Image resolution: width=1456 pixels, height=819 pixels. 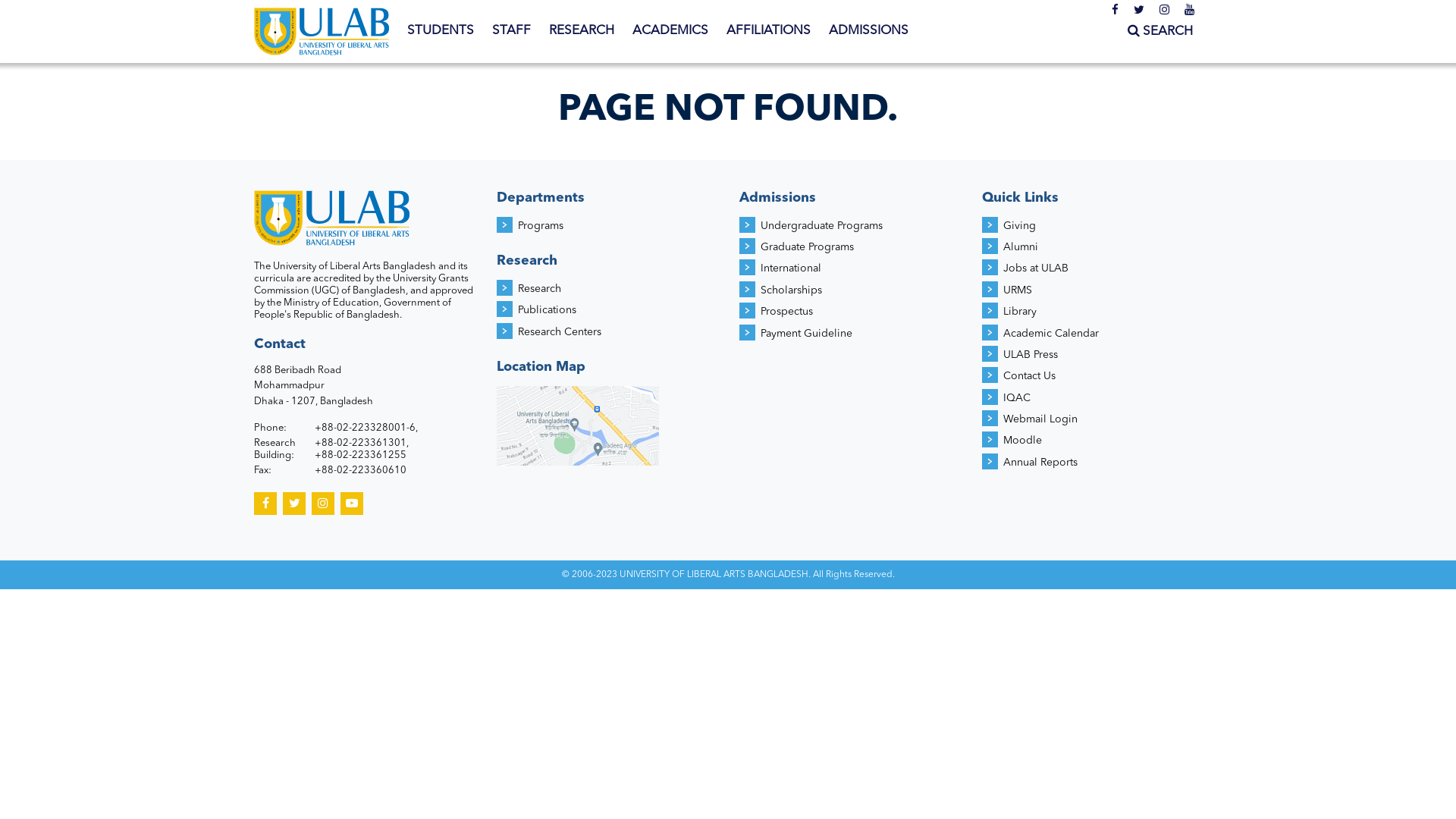 I want to click on 'Scholarships', so click(x=790, y=290).